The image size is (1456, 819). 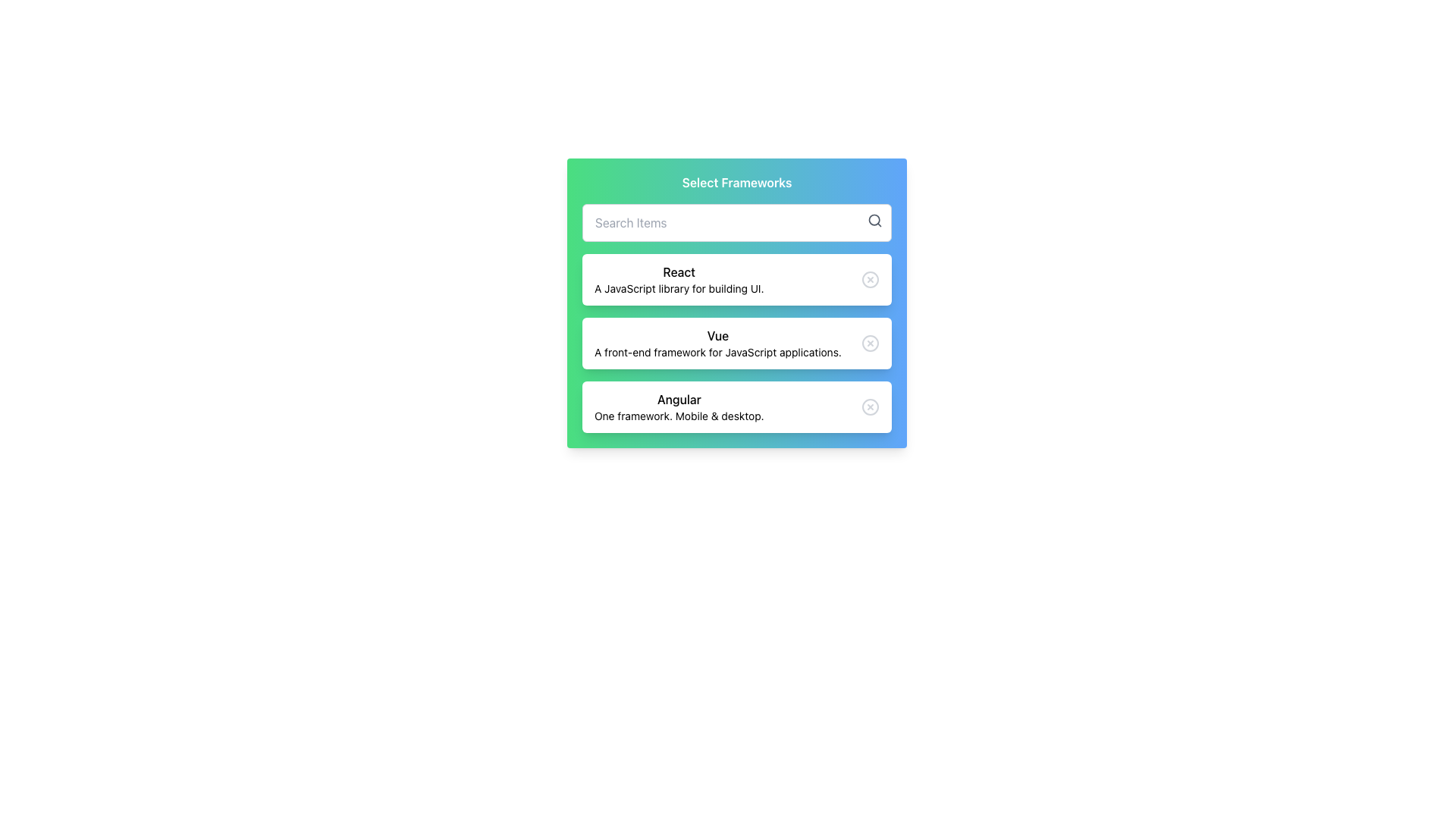 I want to click on the descriptive subtitle text located in the middle of the 'Vue' card, which provides additional information about the 'Vue' framework, so click(x=717, y=353).